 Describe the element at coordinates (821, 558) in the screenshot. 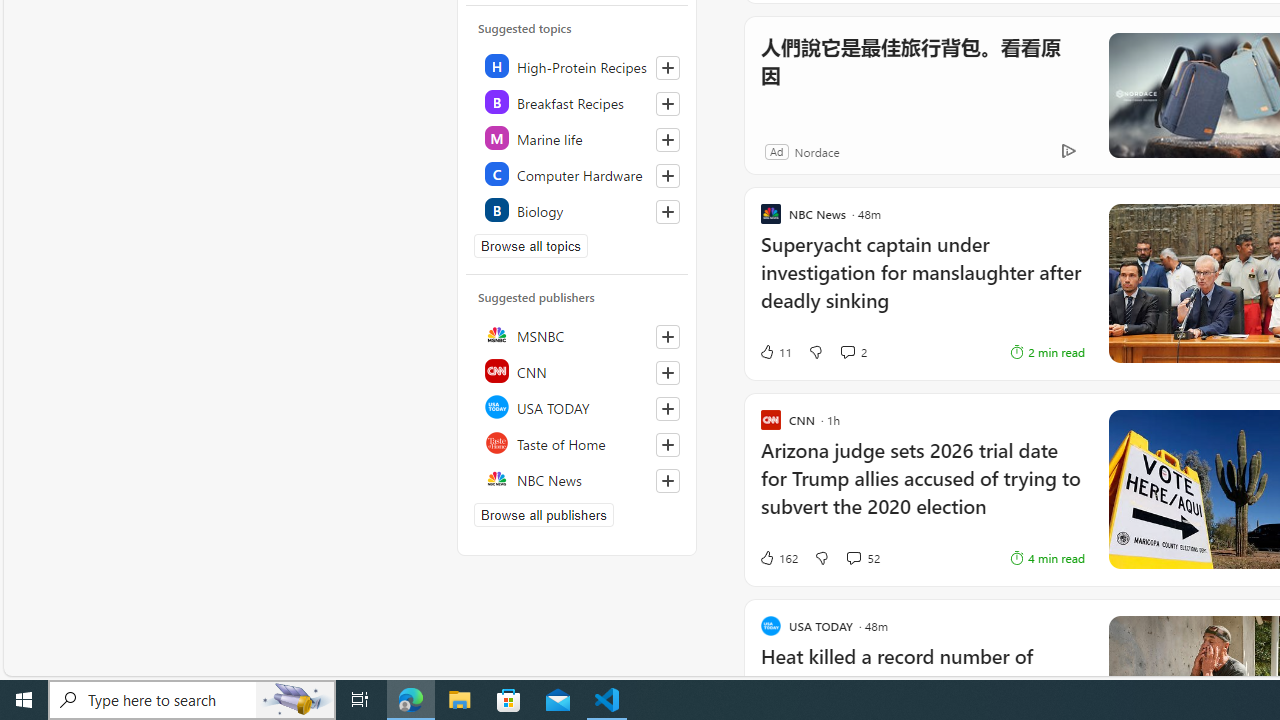

I see `'Dislike'` at that location.